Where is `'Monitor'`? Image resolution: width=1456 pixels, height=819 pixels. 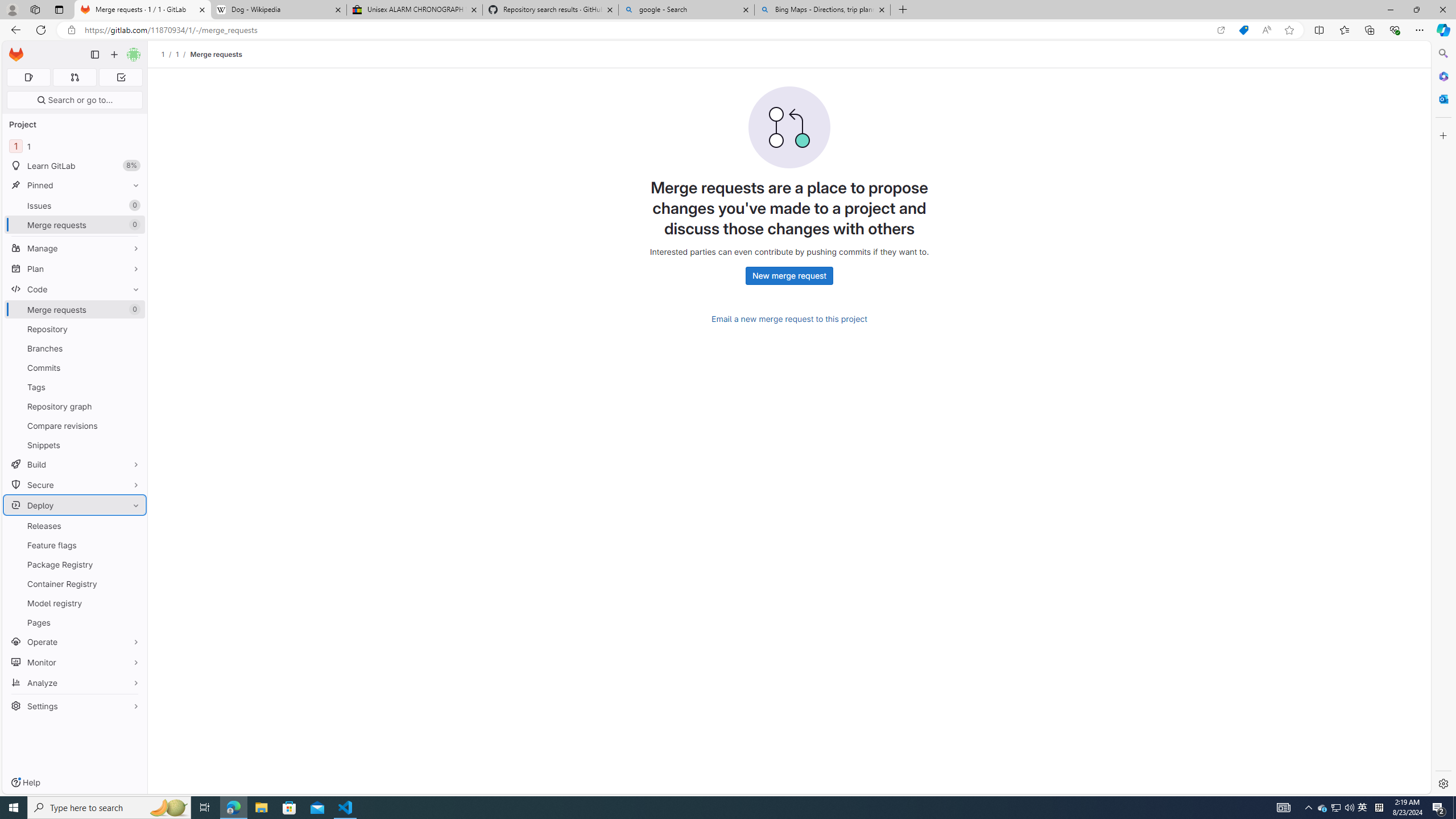
'Monitor' is located at coordinates (74, 662).